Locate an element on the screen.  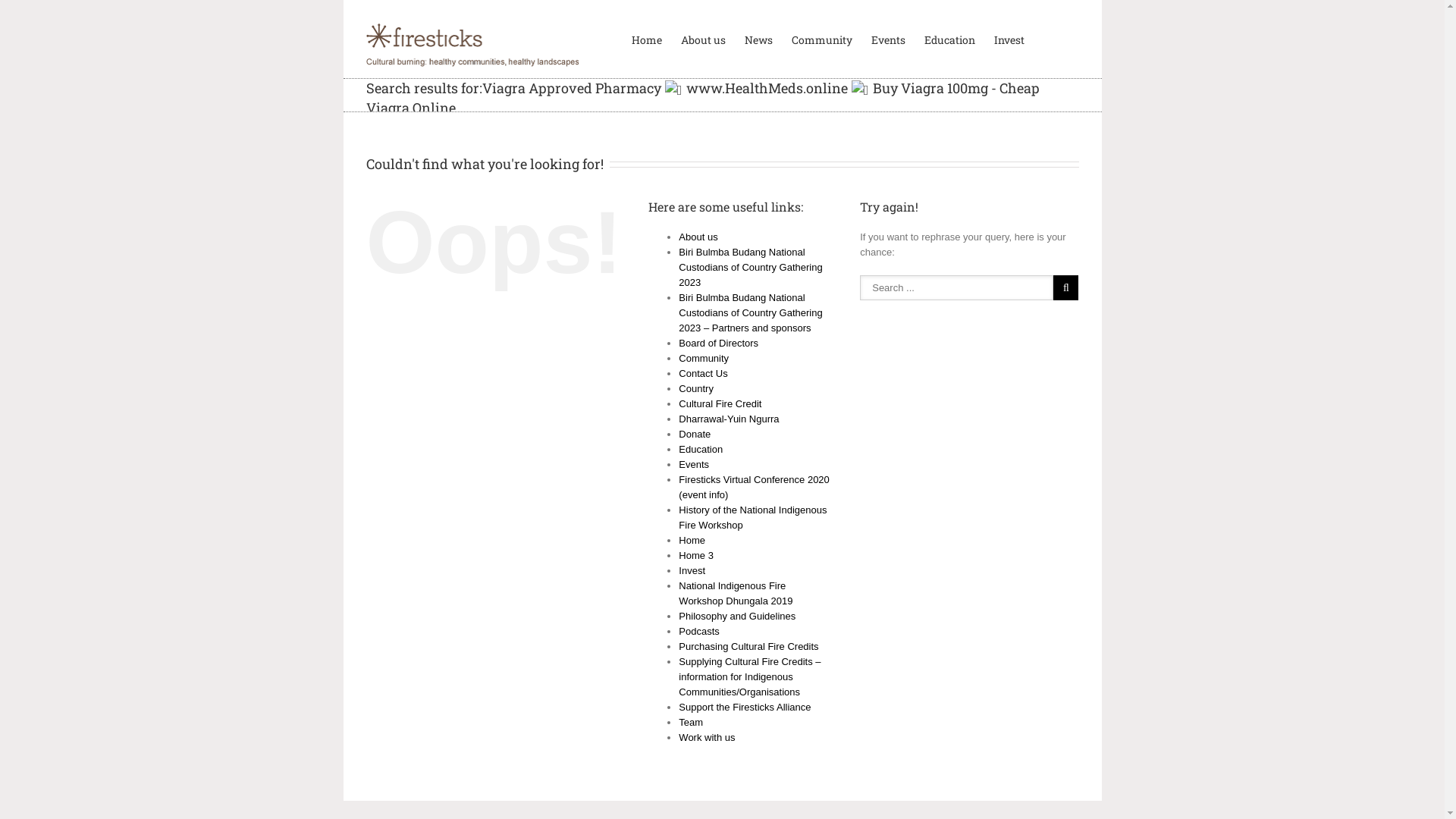
'Purchasing Cultural Fire Credits' is located at coordinates (677, 646).